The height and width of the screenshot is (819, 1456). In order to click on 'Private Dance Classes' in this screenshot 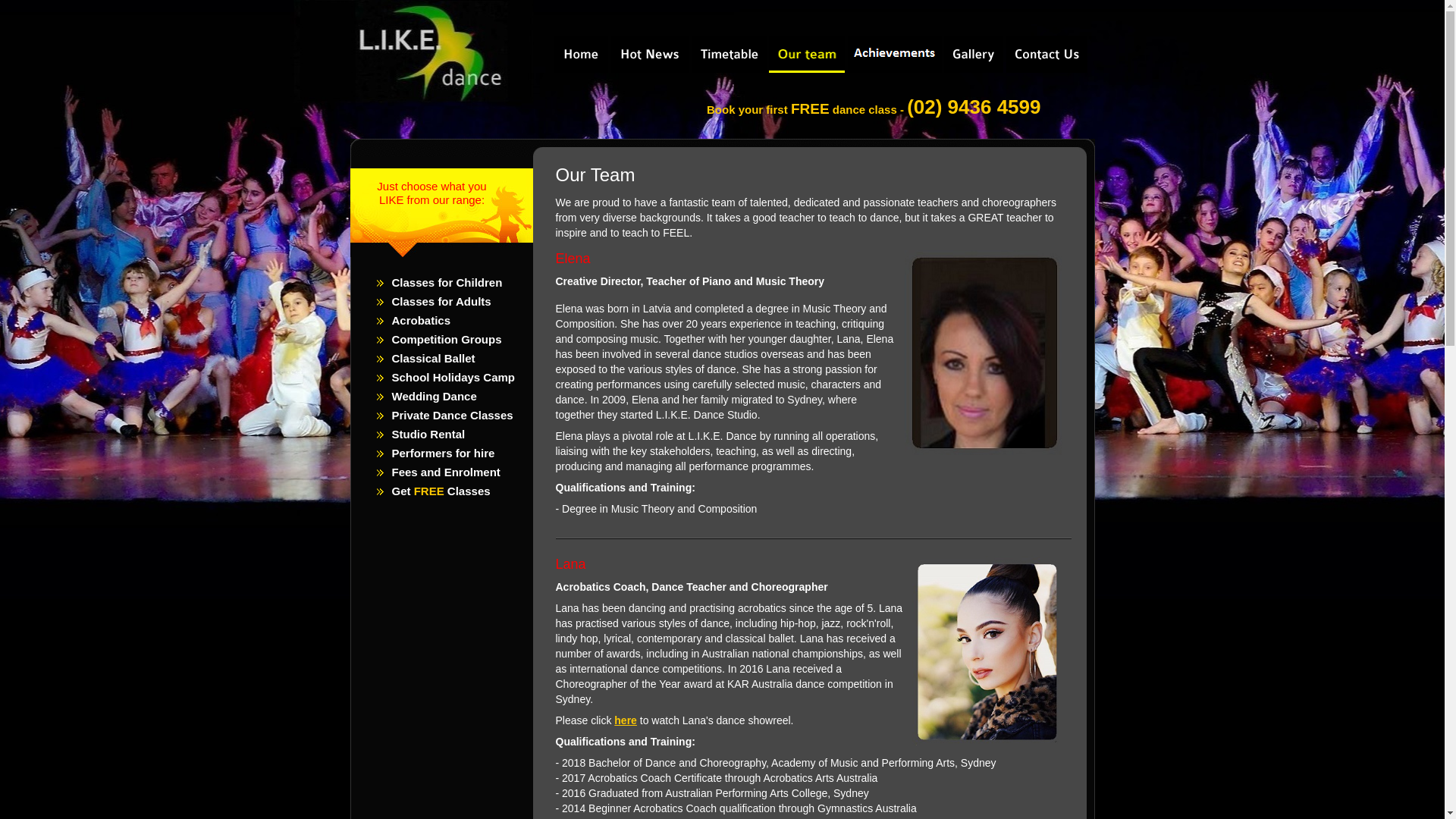, I will do `click(450, 415)`.